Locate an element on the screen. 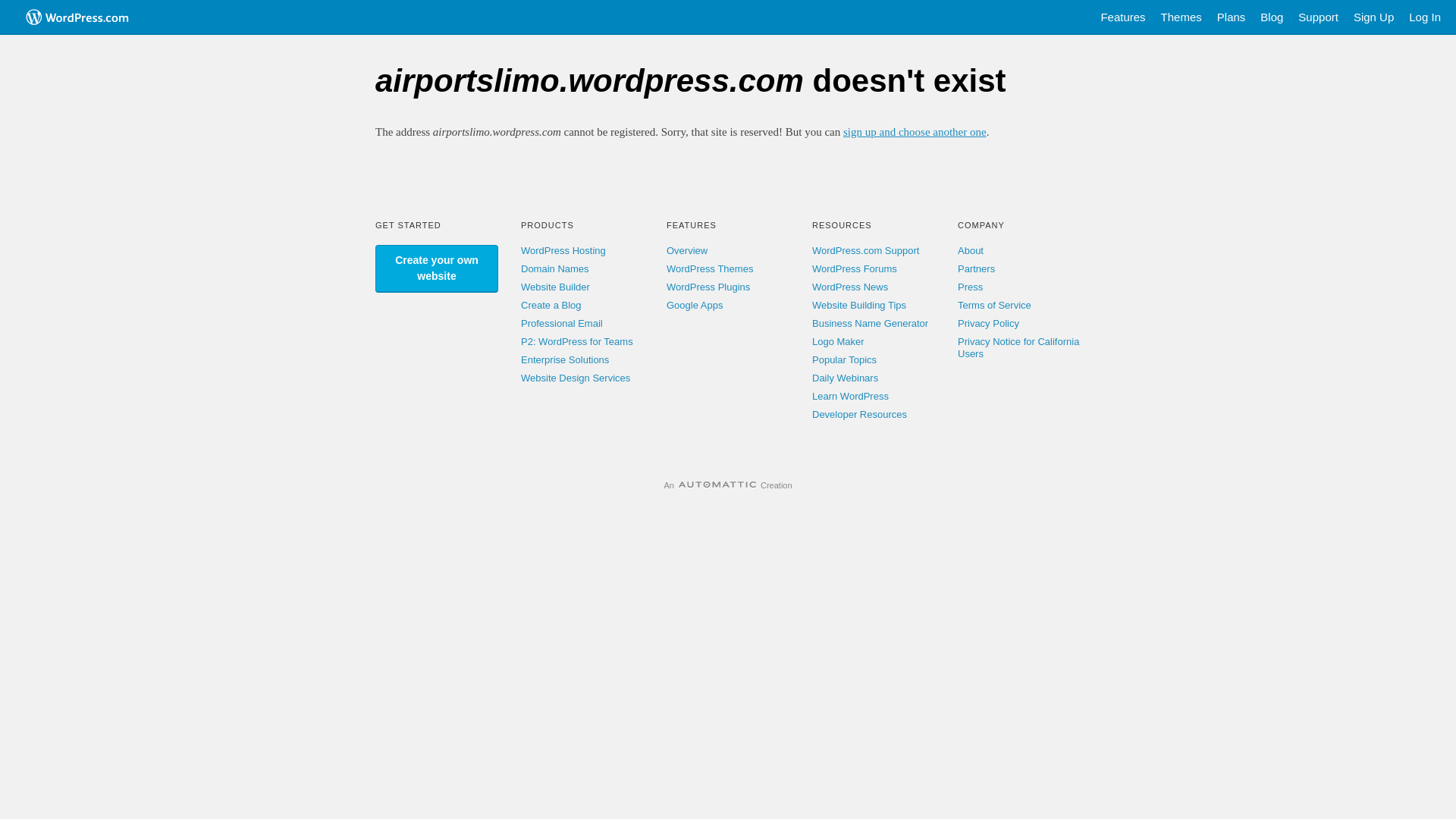 The height and width of the screenshot is (819, 1456). 'Partners' is located at coordinates (956, 268).